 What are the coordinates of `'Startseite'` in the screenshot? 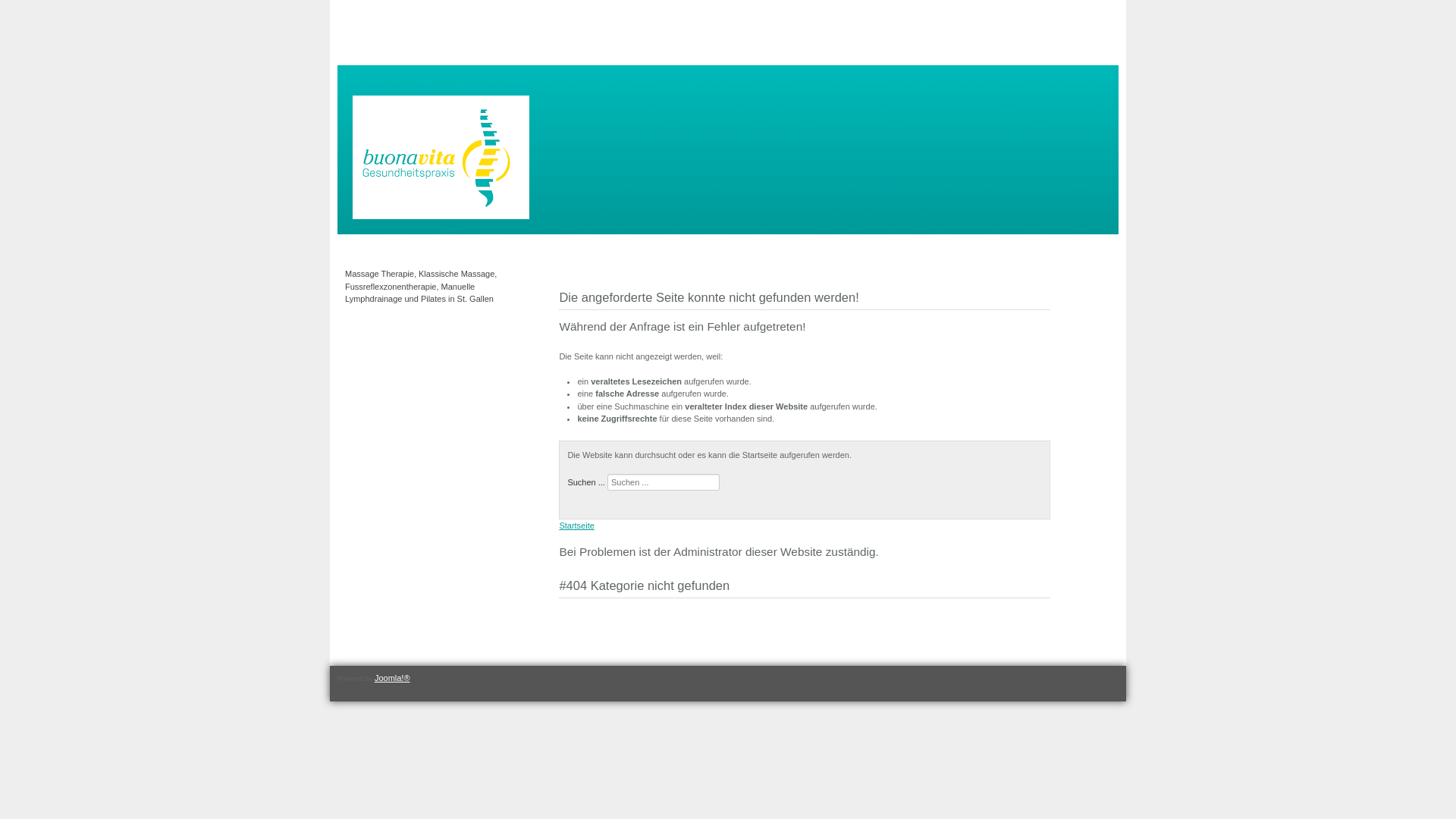 It's located at (575, 525).